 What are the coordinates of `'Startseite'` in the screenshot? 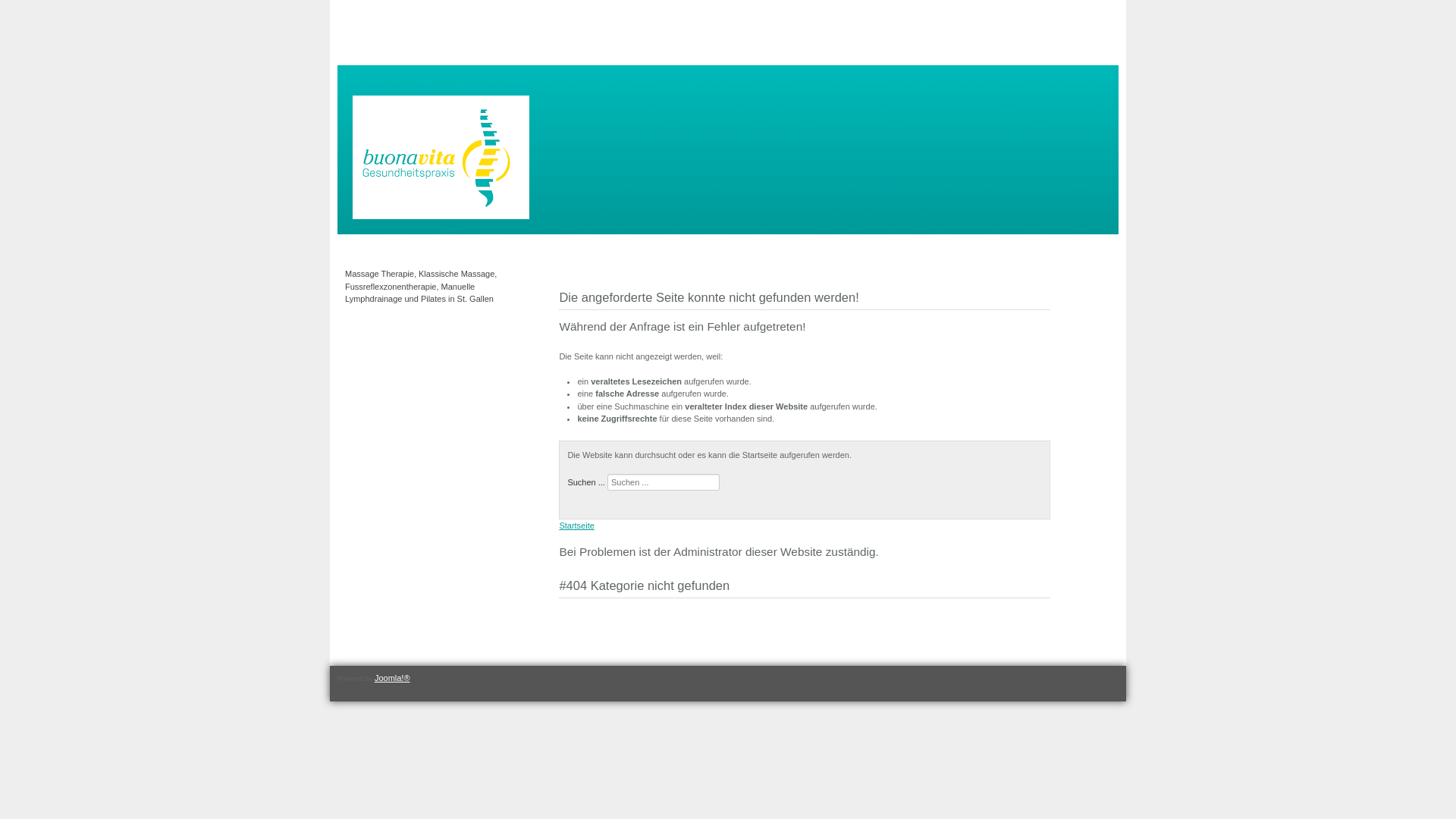 It's located at (575, 525).